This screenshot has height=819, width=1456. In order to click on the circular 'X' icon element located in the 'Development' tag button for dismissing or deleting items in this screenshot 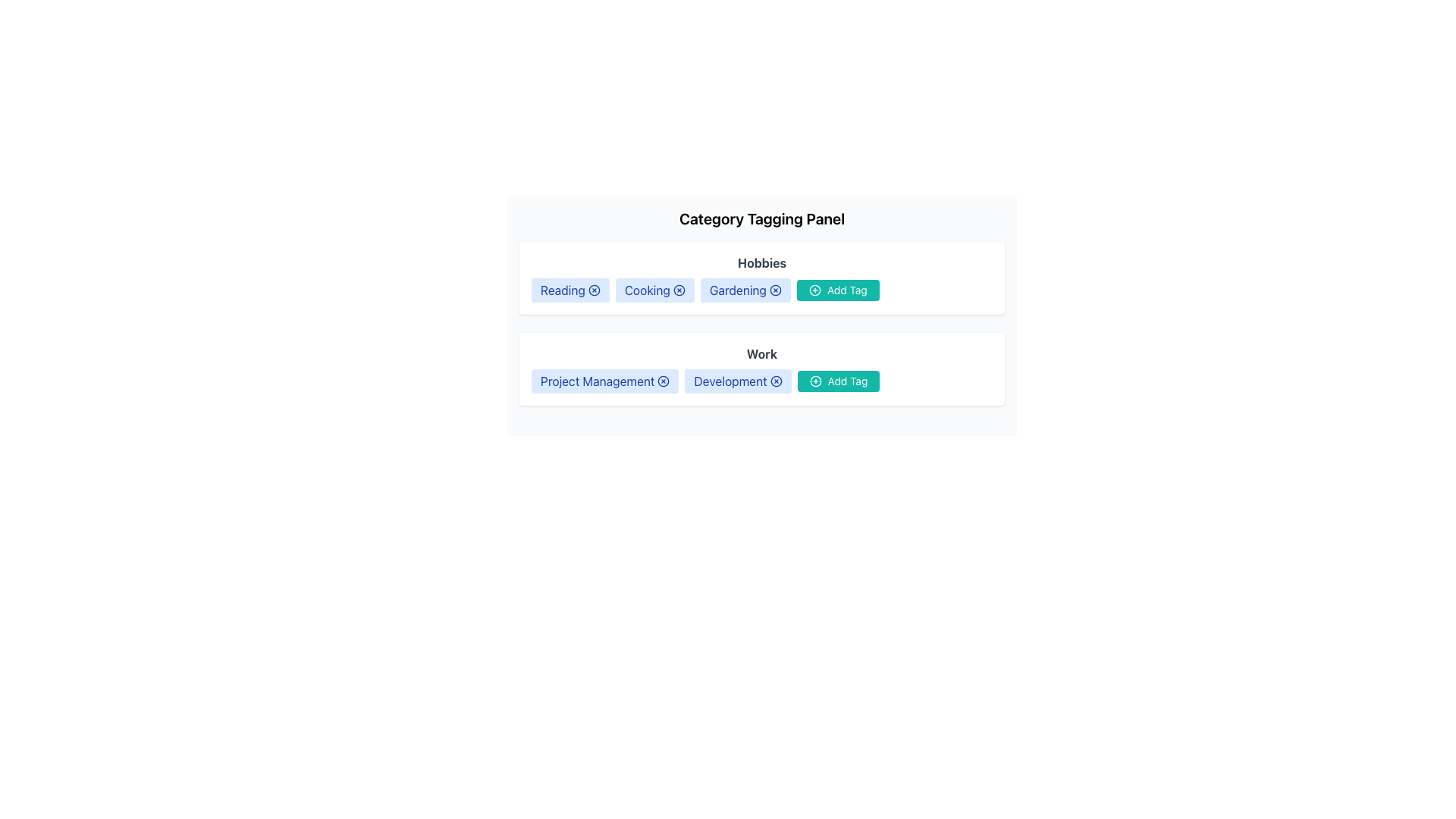, I will do `click(776, 380)`.